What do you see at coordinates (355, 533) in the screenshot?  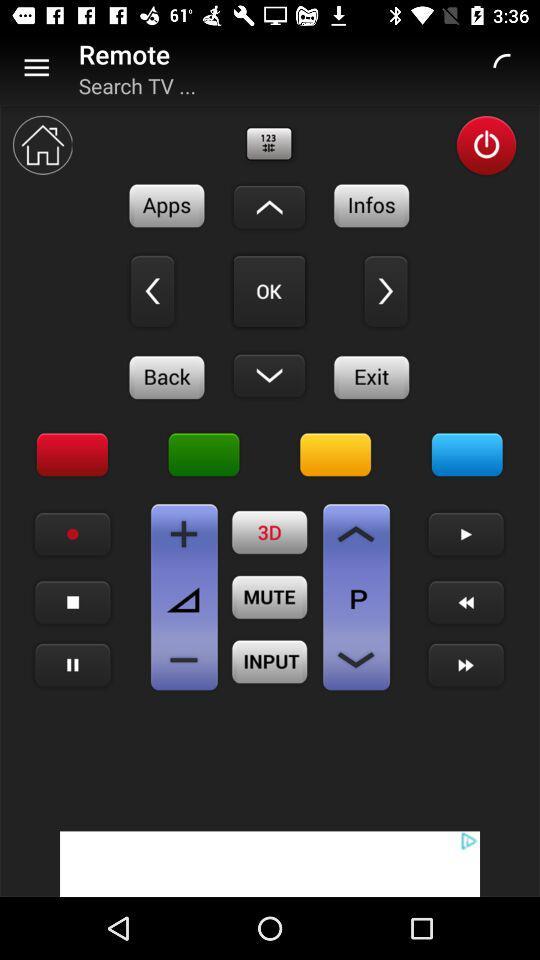 I see `the expand_less icon` at bounding box center [355, 533].